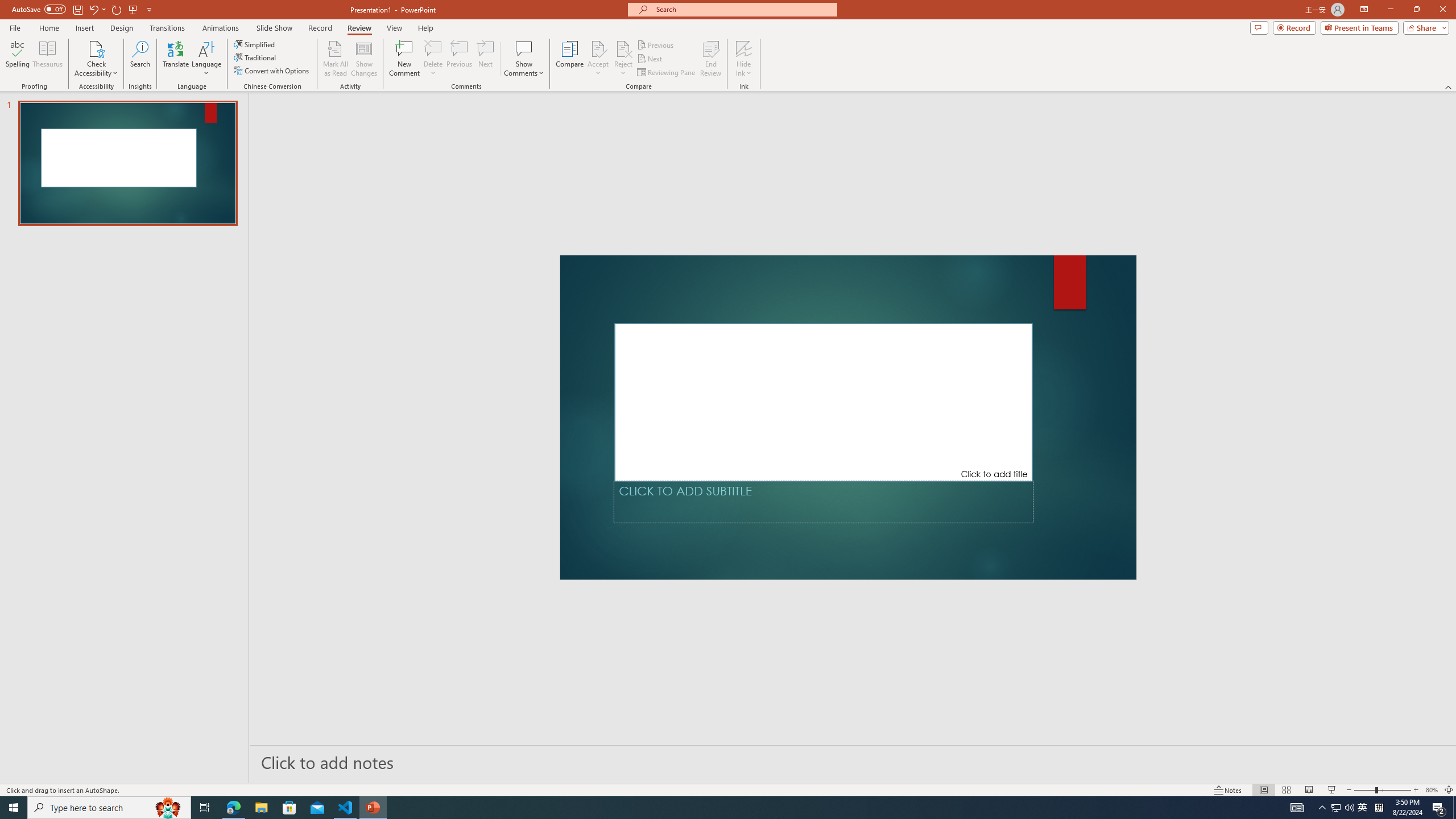  What do you see at coordinates (524, 48) in the screenshot?
I see `'Show Comments'` at bounding box center [524, 48].